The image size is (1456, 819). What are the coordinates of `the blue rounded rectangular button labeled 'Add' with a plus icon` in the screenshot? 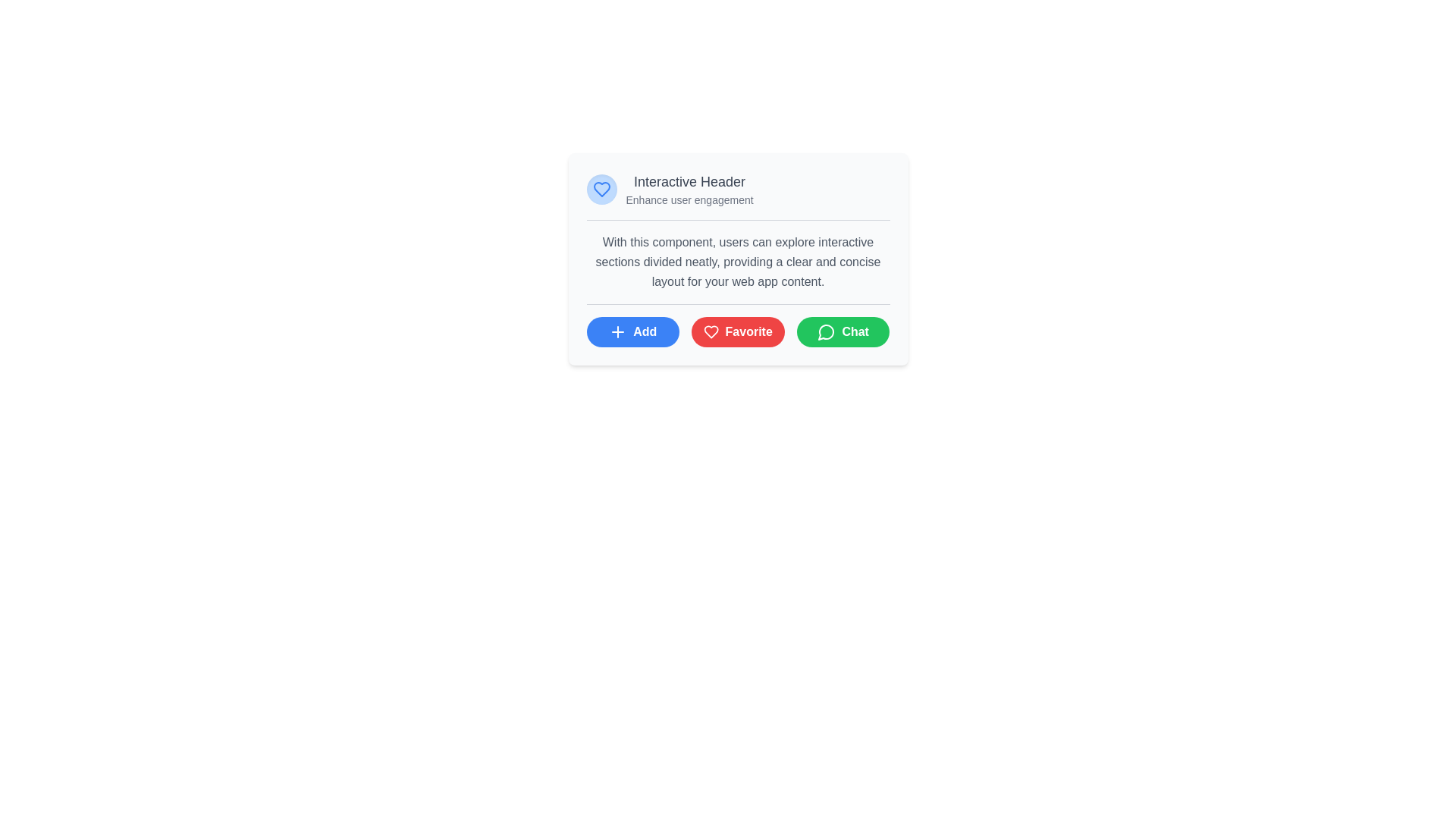 It's located at (632, 331).